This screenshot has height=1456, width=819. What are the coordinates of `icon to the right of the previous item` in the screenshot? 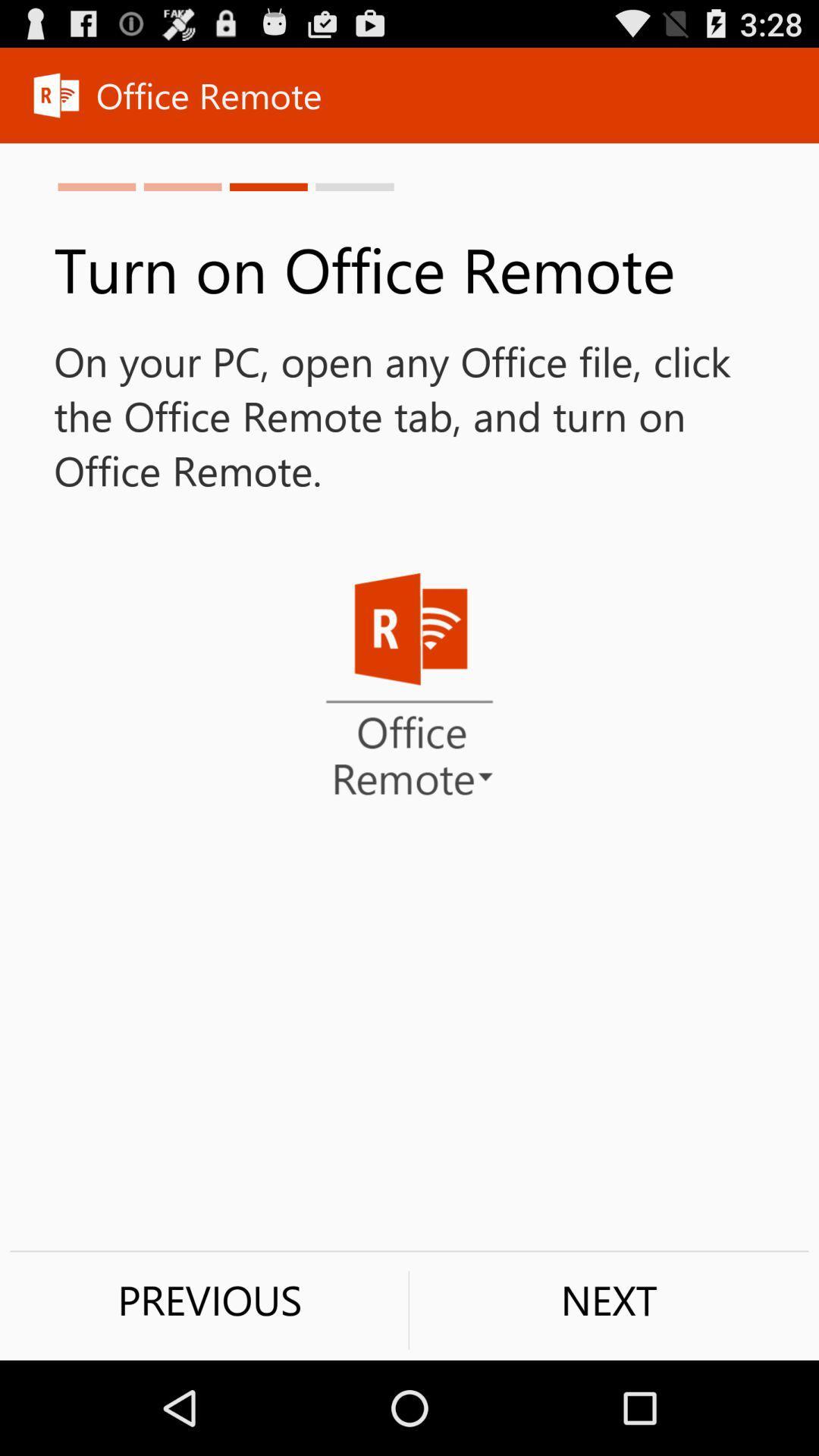 It's located at (608, 1299).